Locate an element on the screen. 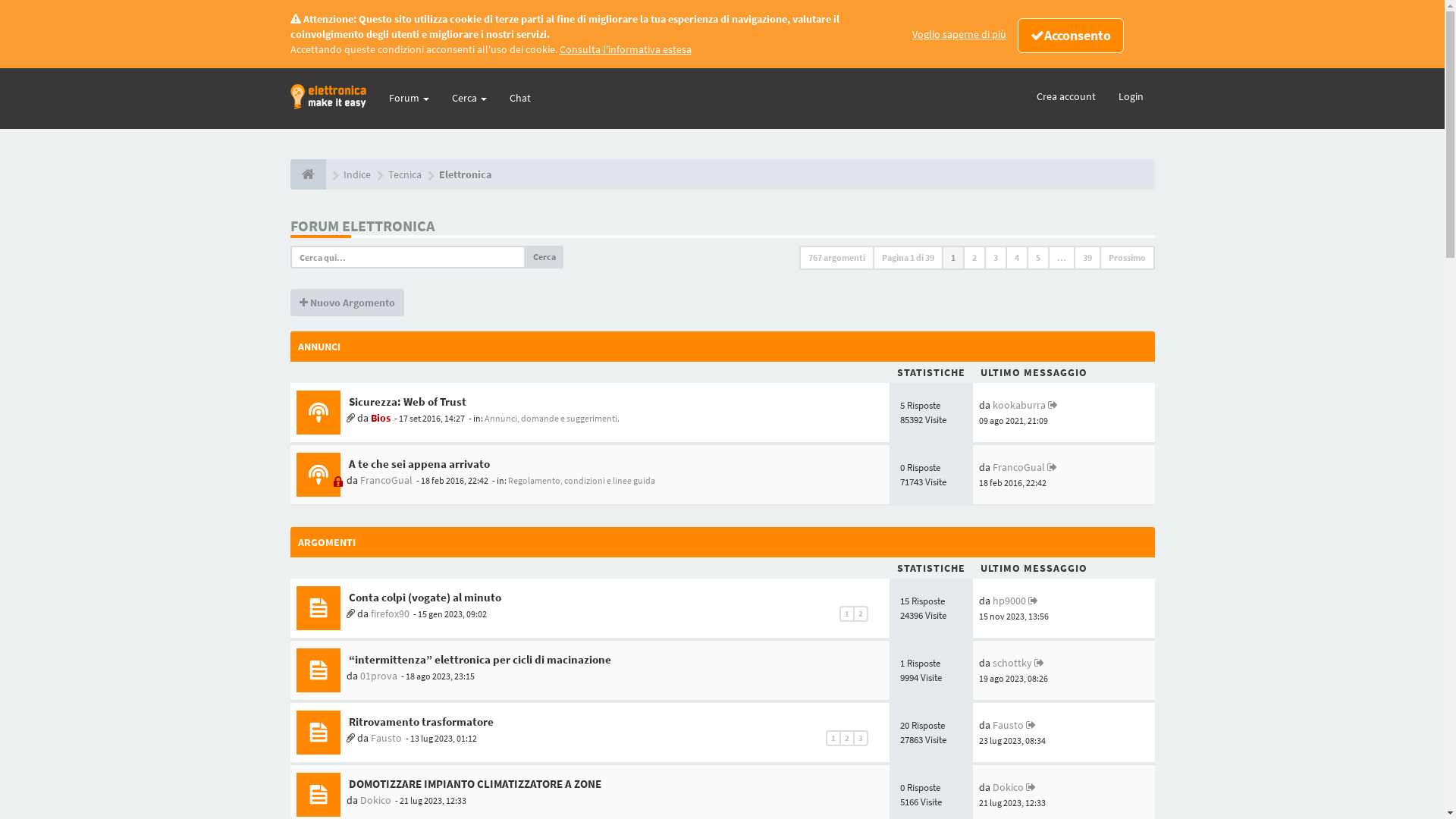 This screenshot has width=1456, height=819. 'Cerca ' is located at coordinates (468, 97).